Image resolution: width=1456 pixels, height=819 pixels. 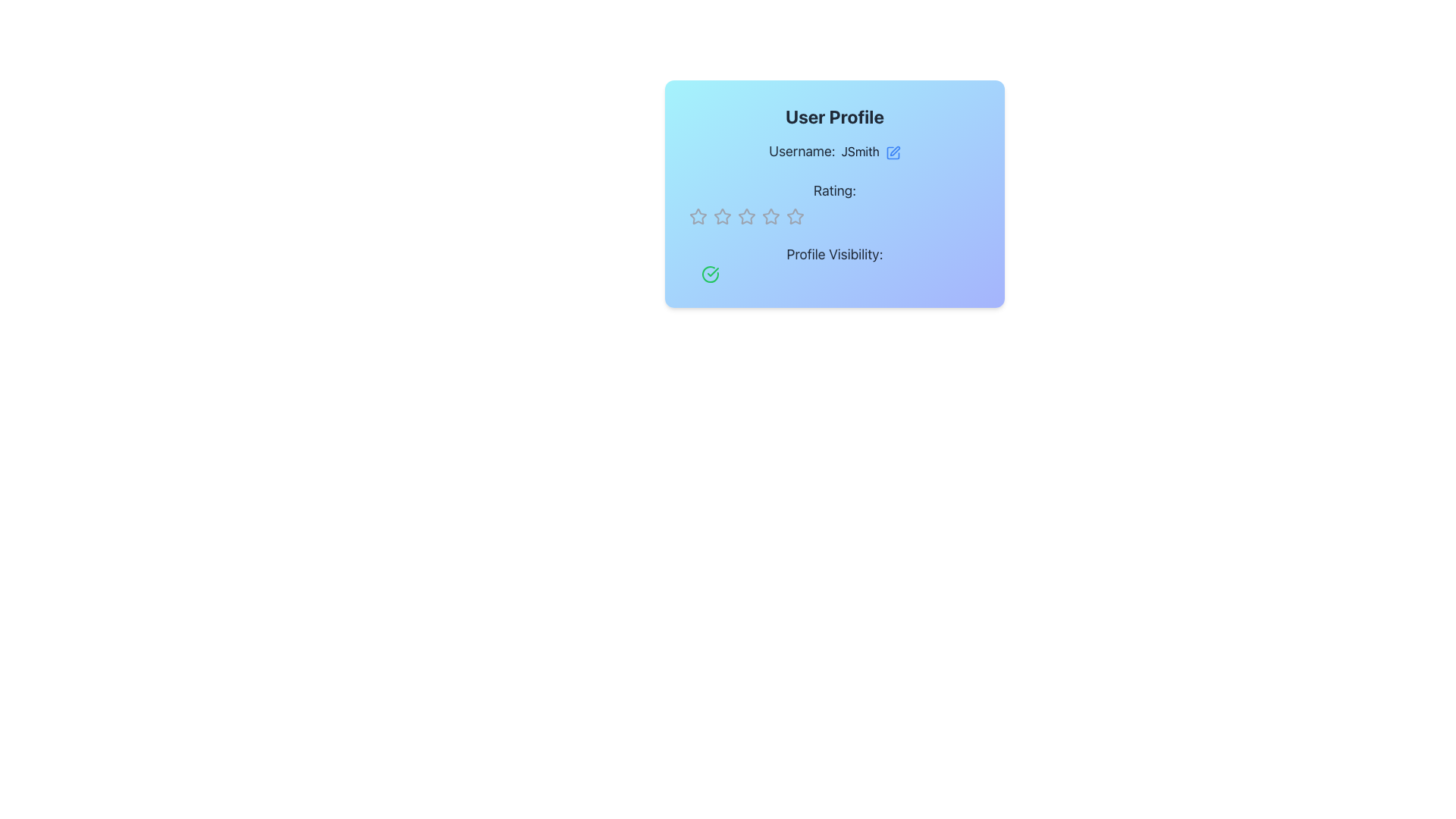 What do you see at coordinates (697, 216) in the screenshot?
I see `the first star icon in the rating system located below the 'Rating:' label in the 'User Profile' section to provide a rating` at bounding box center [697, 216].